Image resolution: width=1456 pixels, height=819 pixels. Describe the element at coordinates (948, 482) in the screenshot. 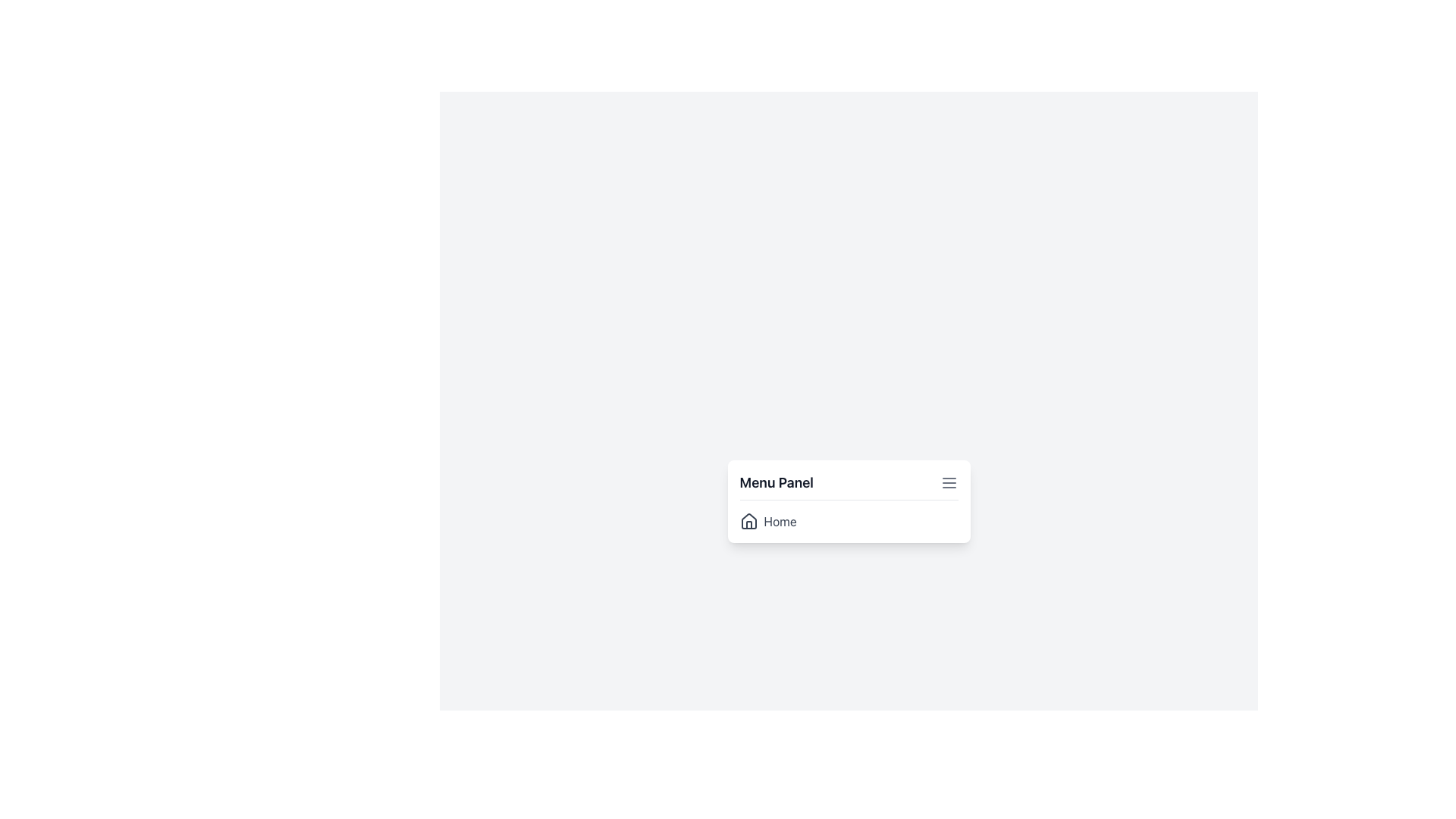

I see `the menu trigger icon button located` at that location.